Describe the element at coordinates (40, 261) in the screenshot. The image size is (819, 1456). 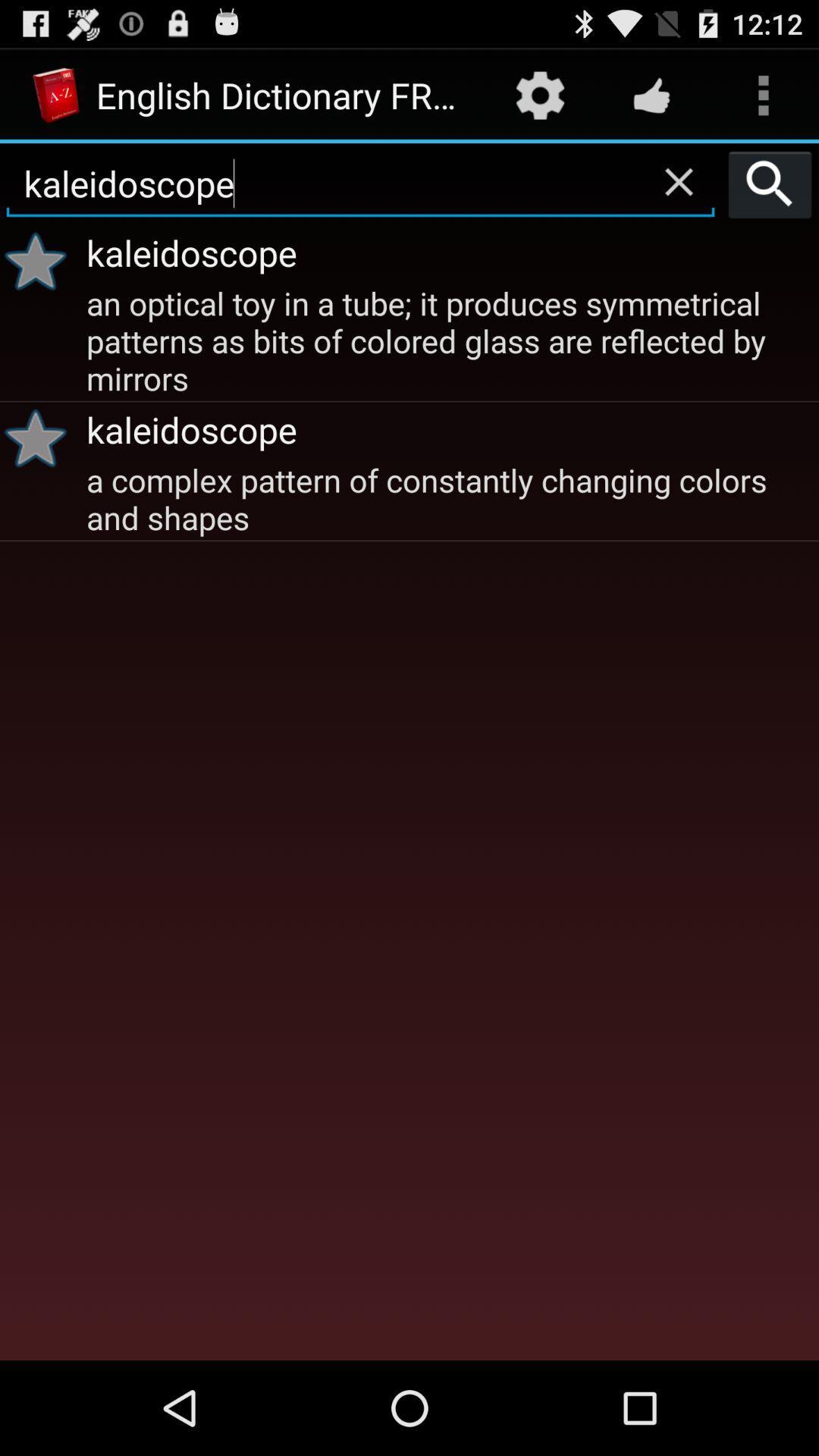
I see `the icon below the kaleidoscope icon` at that location.